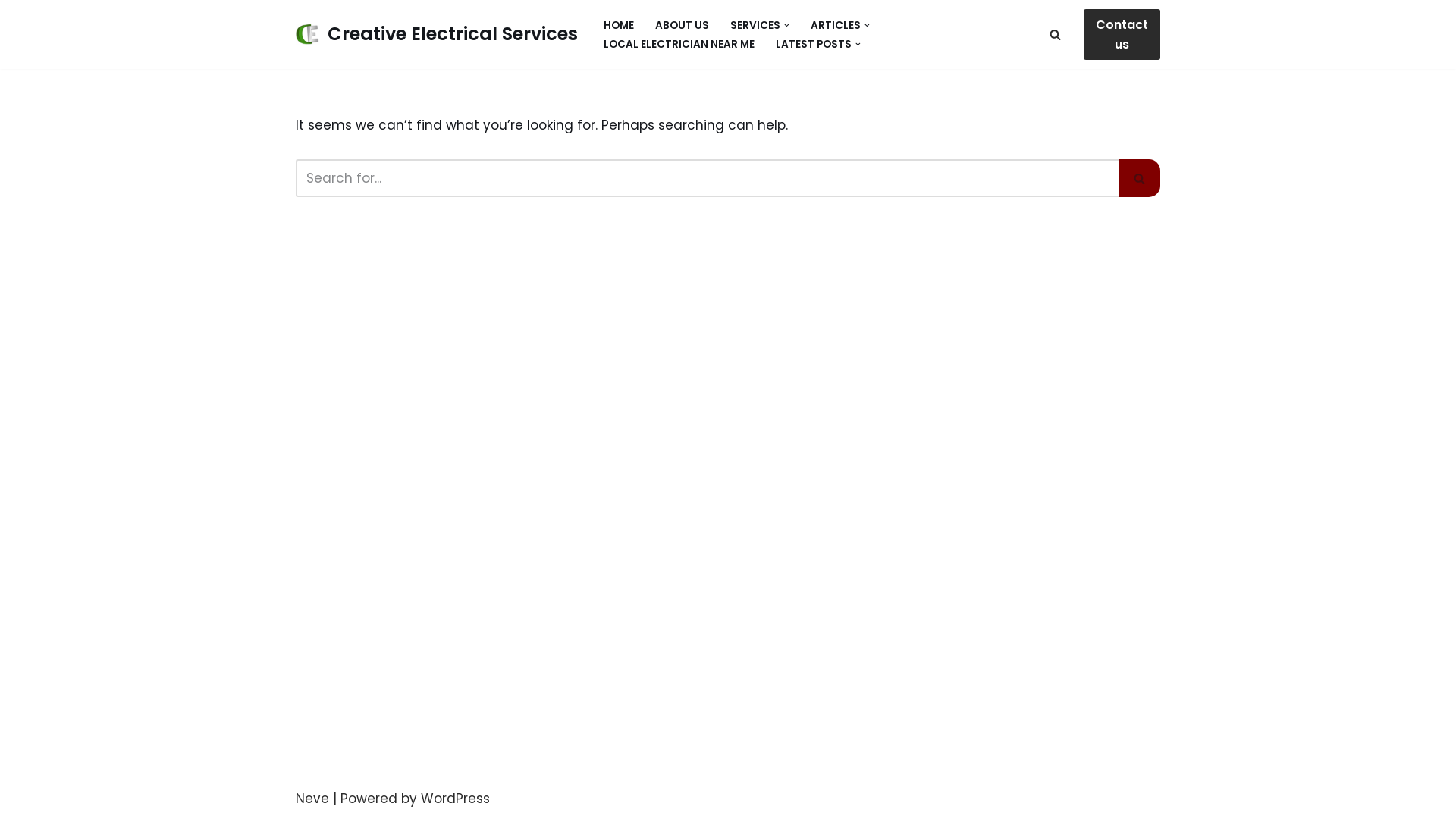 This screenshot has width=1456, height=819. What do you see at coordinates (655, 25) in the screenshot?
I see `'ABOUT US'` at bounding box center [655, 25].